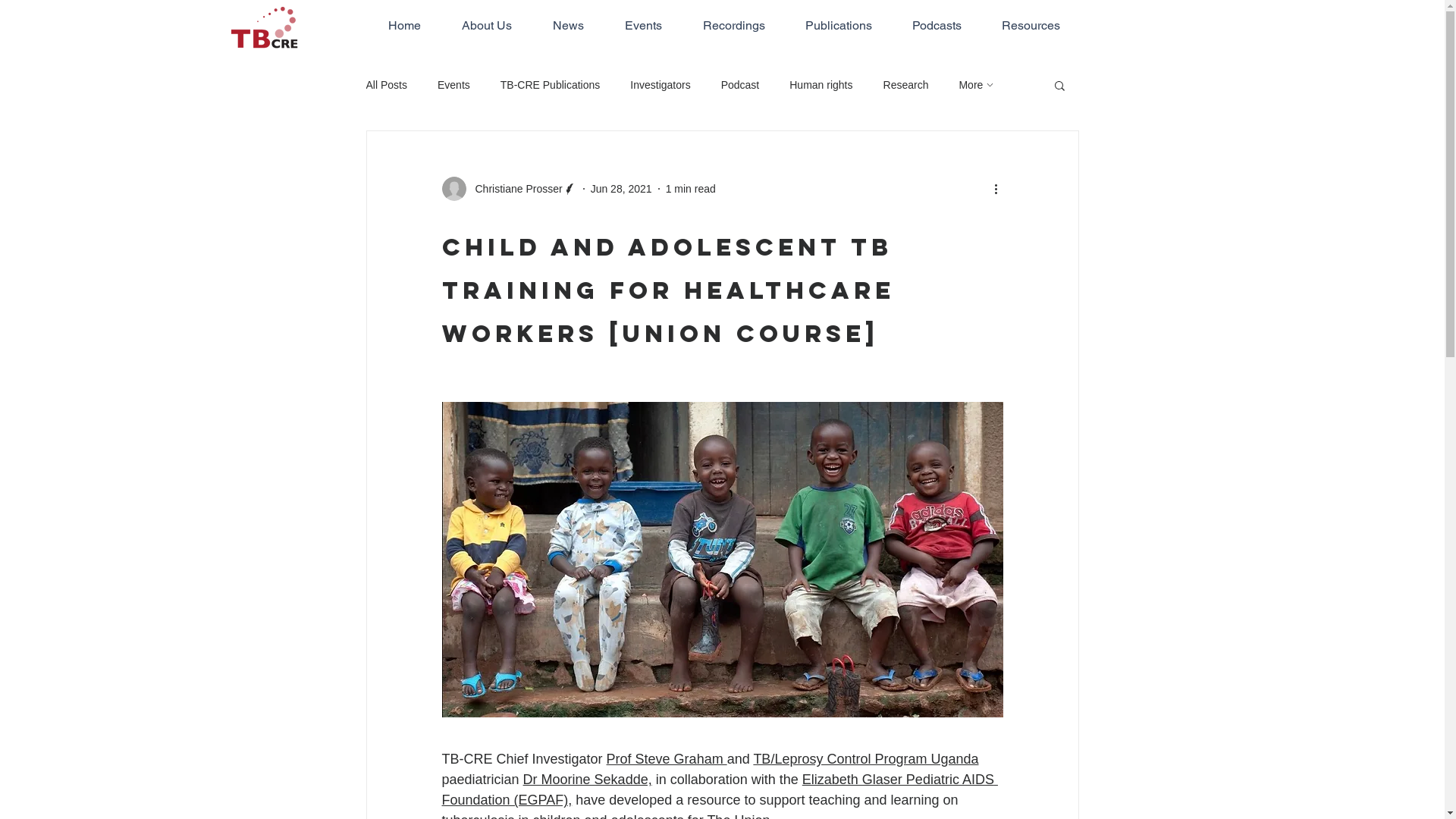  Describe the element at coordinates (486, 25) in the screenshot. I see `'About Us'` at that location.